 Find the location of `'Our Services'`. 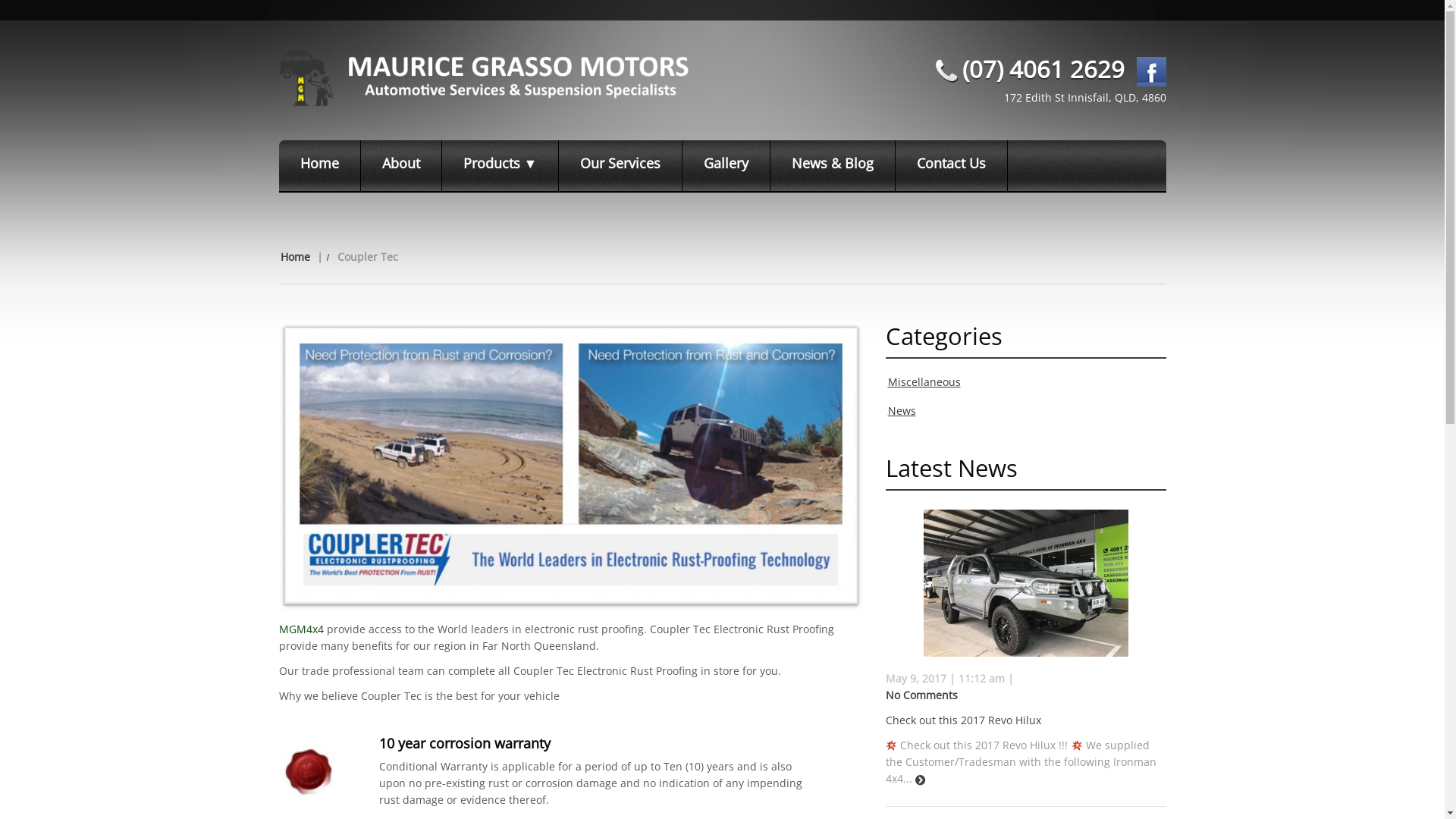

'Our Services' is located at coordinates (558, 165).